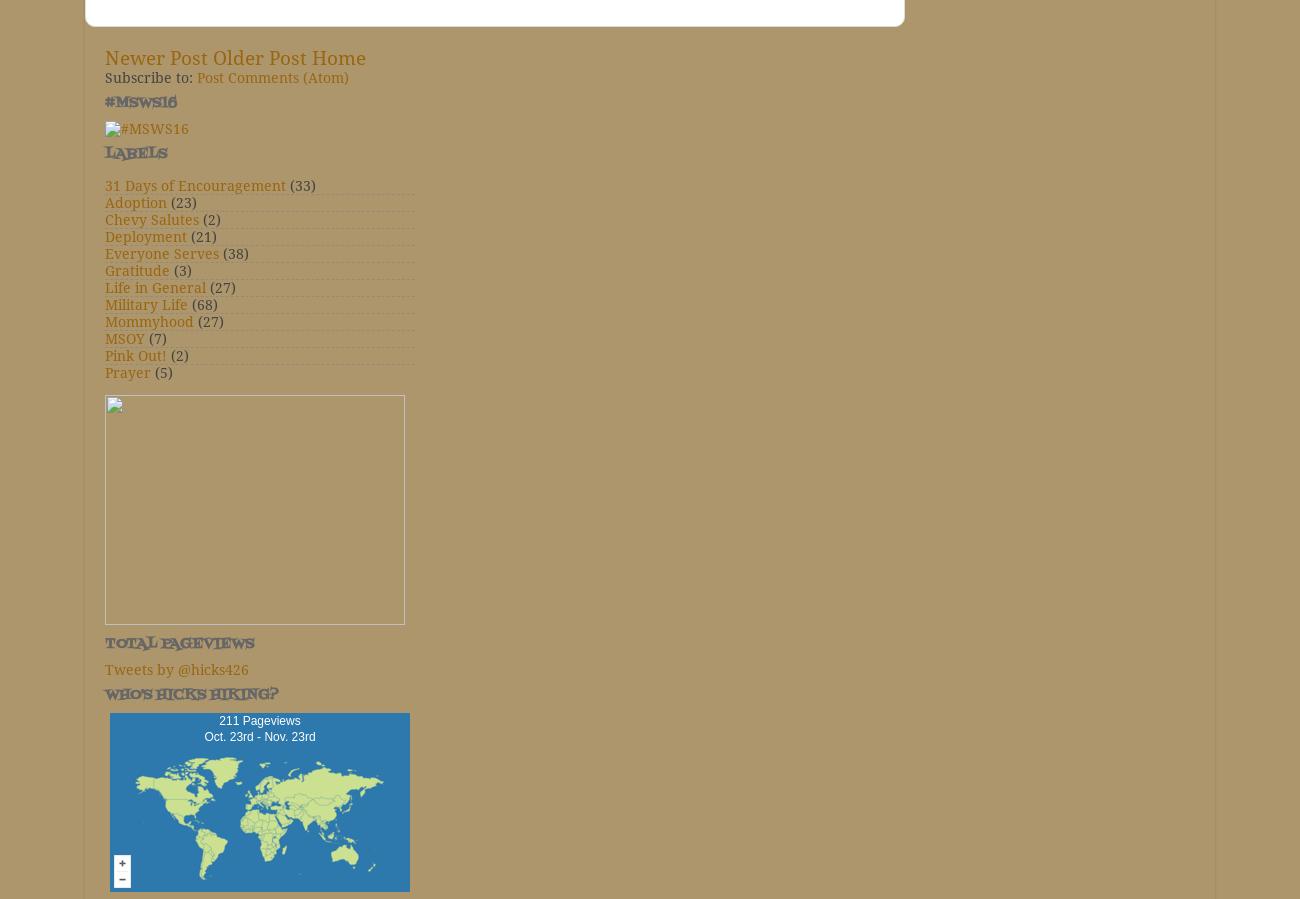 This screenshot has height=899, width=1300. What do you see at coordinates (258, 735) in the screenshot?
I see `'Oct. 23rd - Nov. 23rd'` at bounding box center [258, 735].